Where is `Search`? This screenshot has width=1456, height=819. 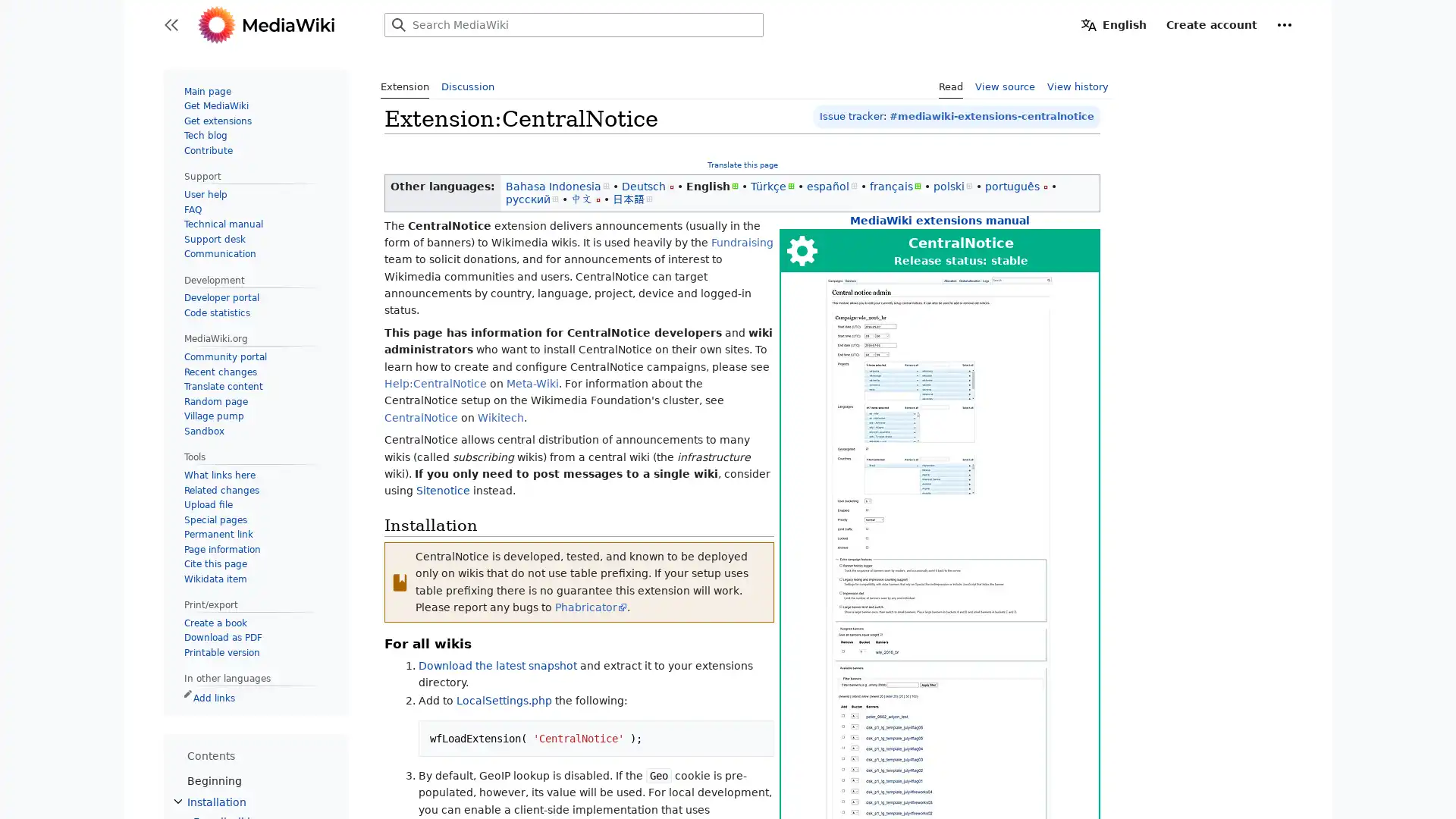 Search is located at coordinates (399, 25).